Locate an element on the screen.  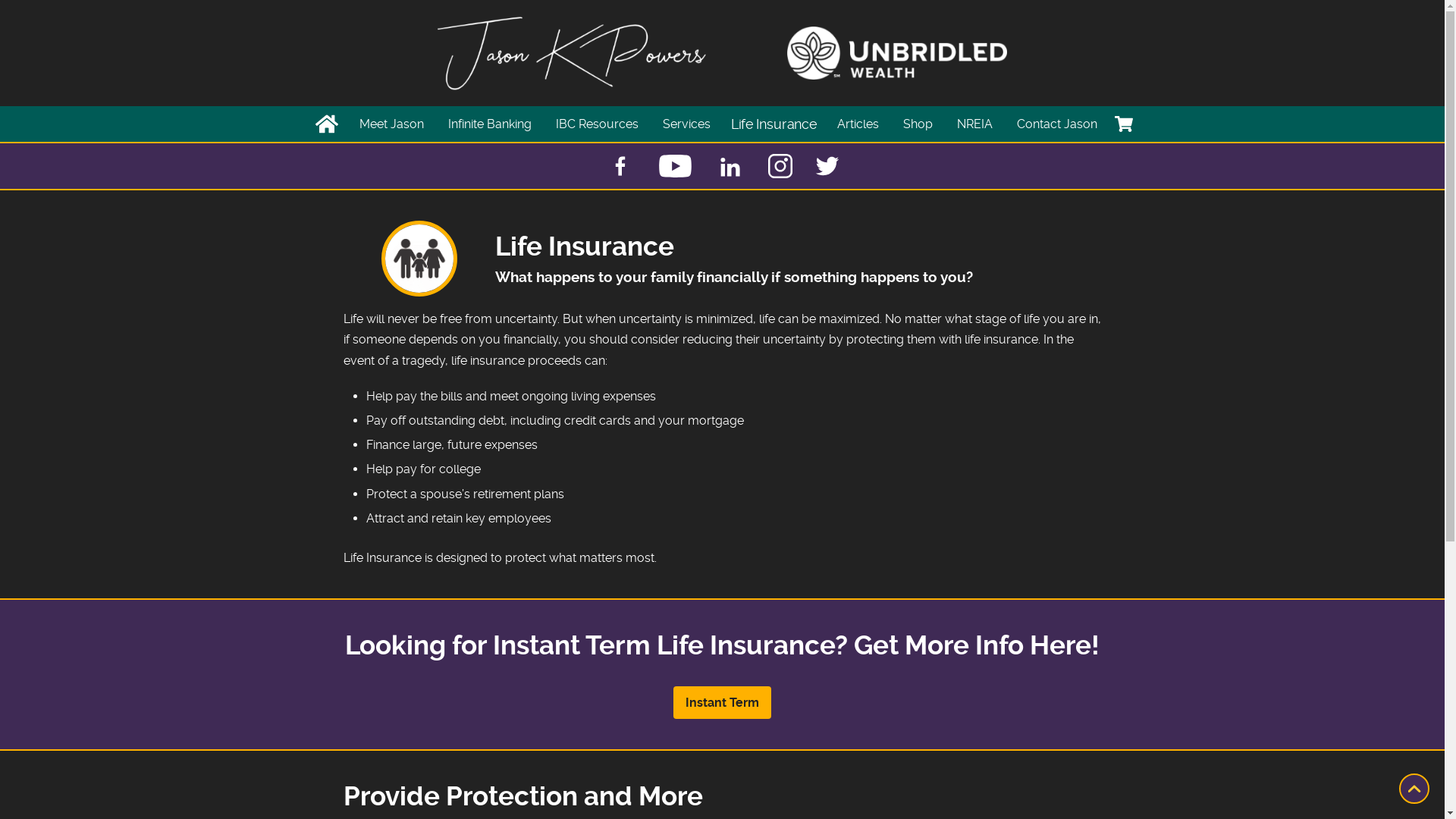
'Articles' is located at coordinates (858, 123).